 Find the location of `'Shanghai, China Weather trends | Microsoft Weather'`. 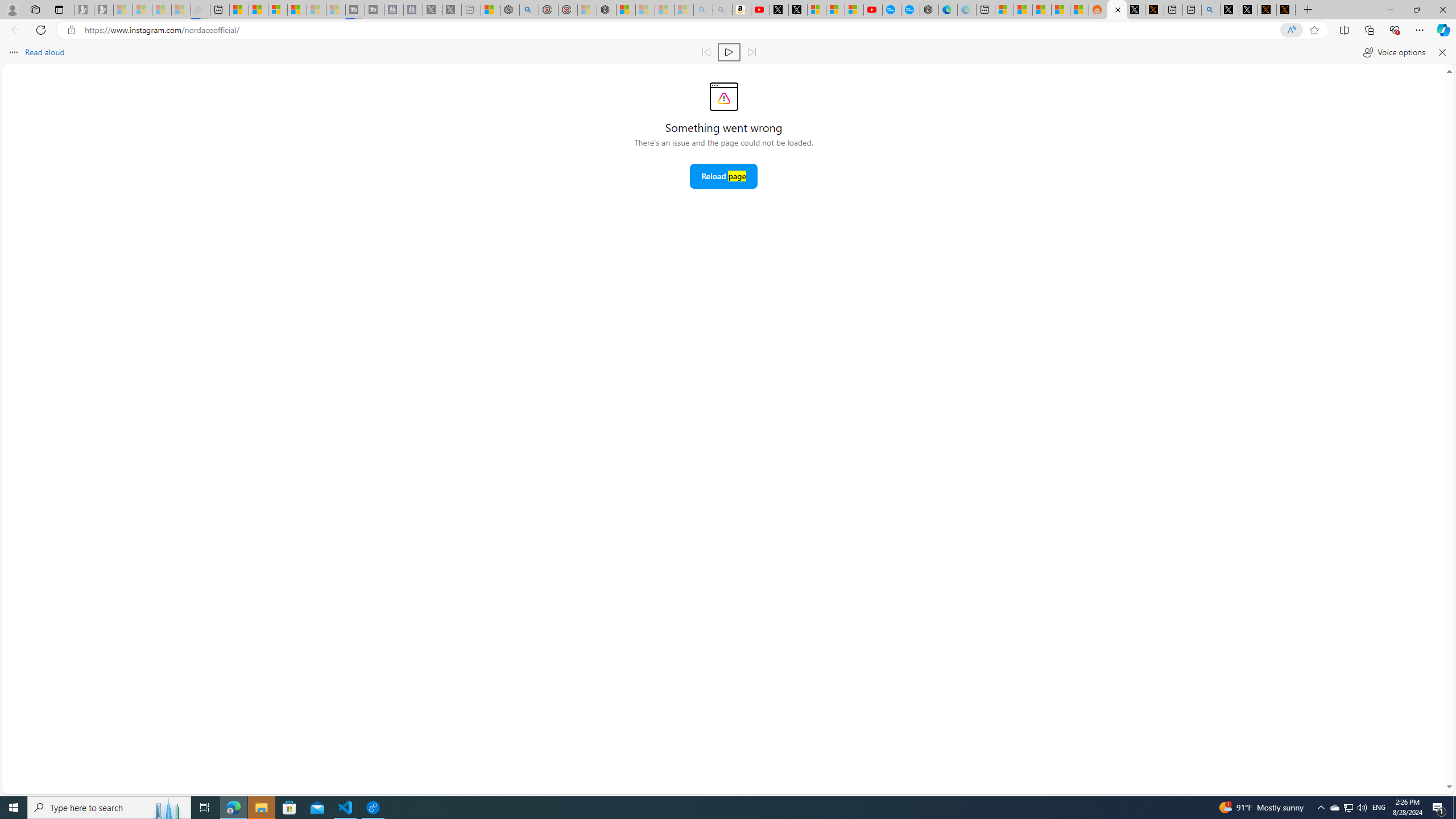

'Shanghai, China Weather trends | Microsoft Weather' is located at coordinates (1079, 9).